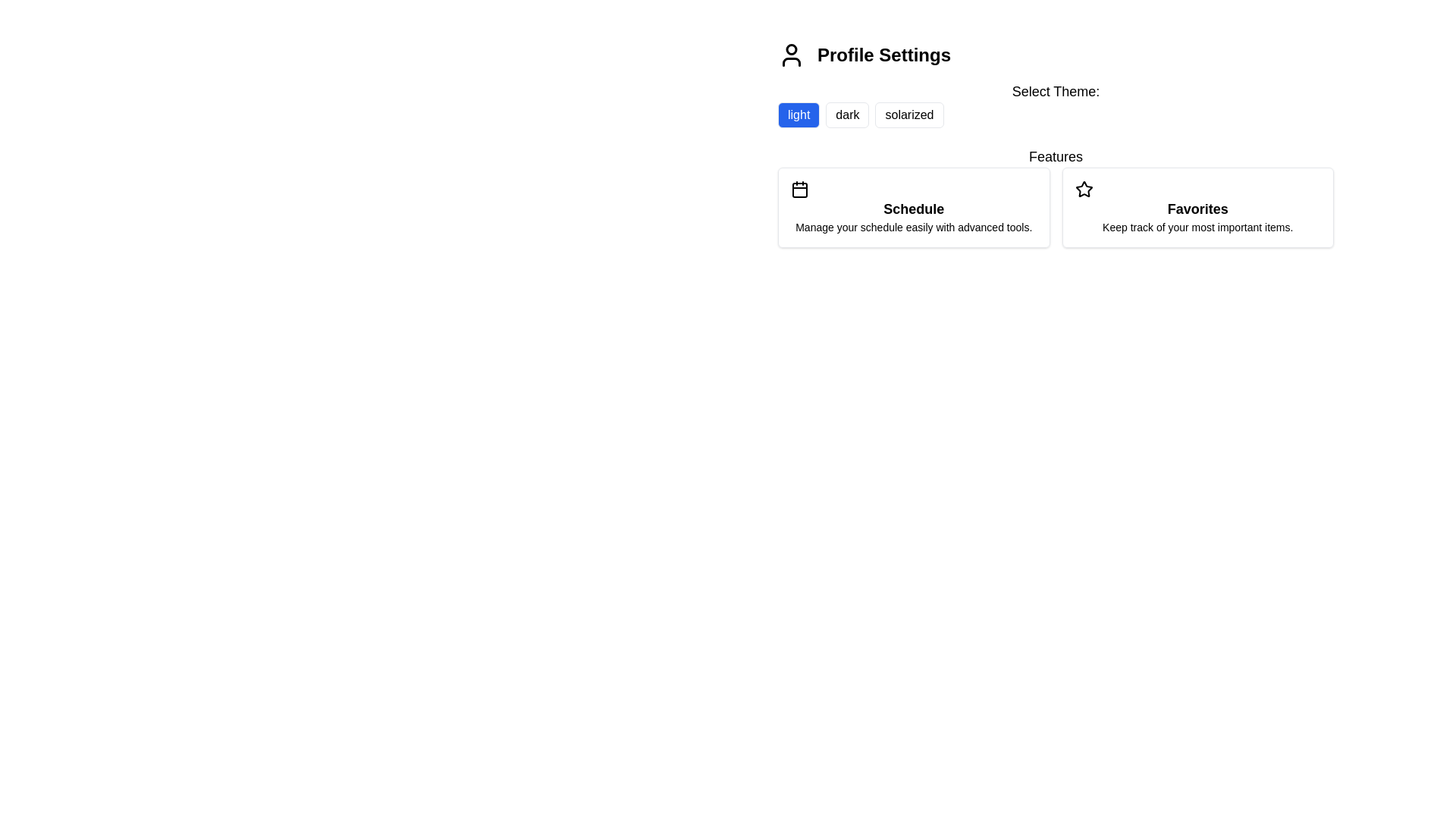 The image size is (1456, 819). What do you see at coordinates (847, 114) in the screenshot?
I see `the 'dark' button, which is a rectangular button with a bold black label on a white background and a thin gray border, located beneath the 'Select Theme:' heading` at bounding box center [847, 114].